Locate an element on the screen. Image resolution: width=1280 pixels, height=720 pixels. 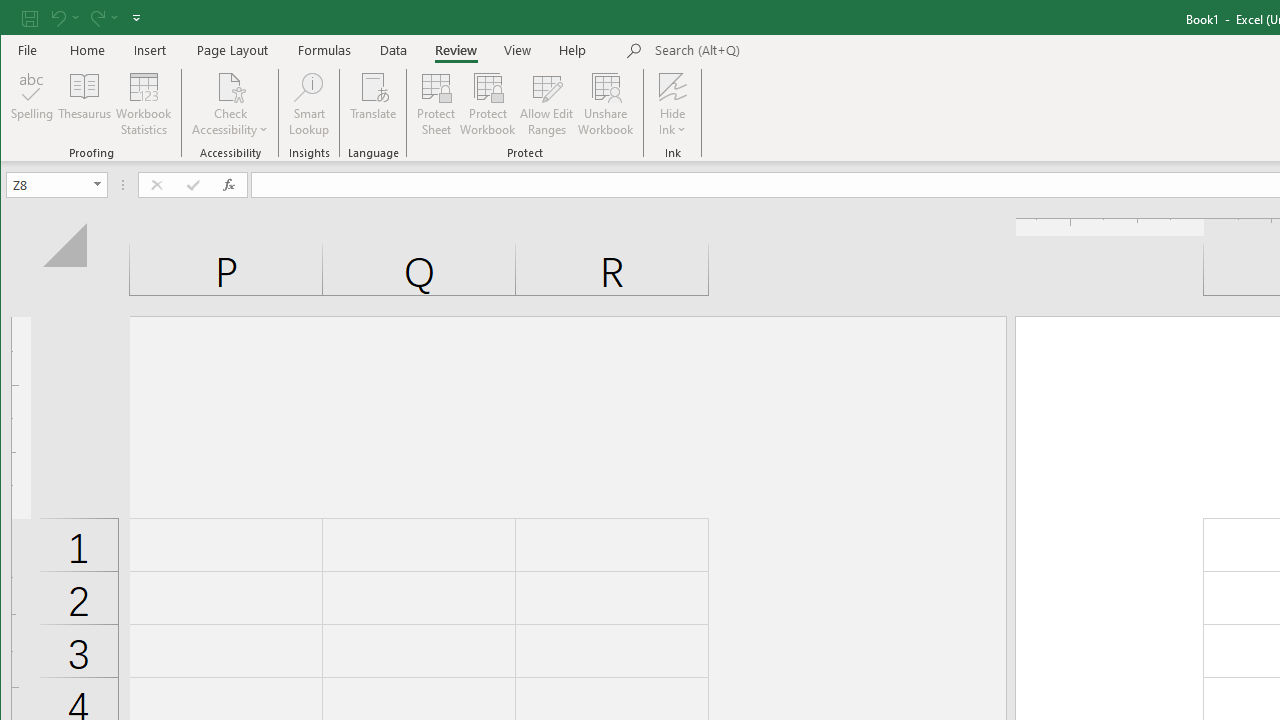
'Protect Workbook...' is located at coordinates (488, 104).